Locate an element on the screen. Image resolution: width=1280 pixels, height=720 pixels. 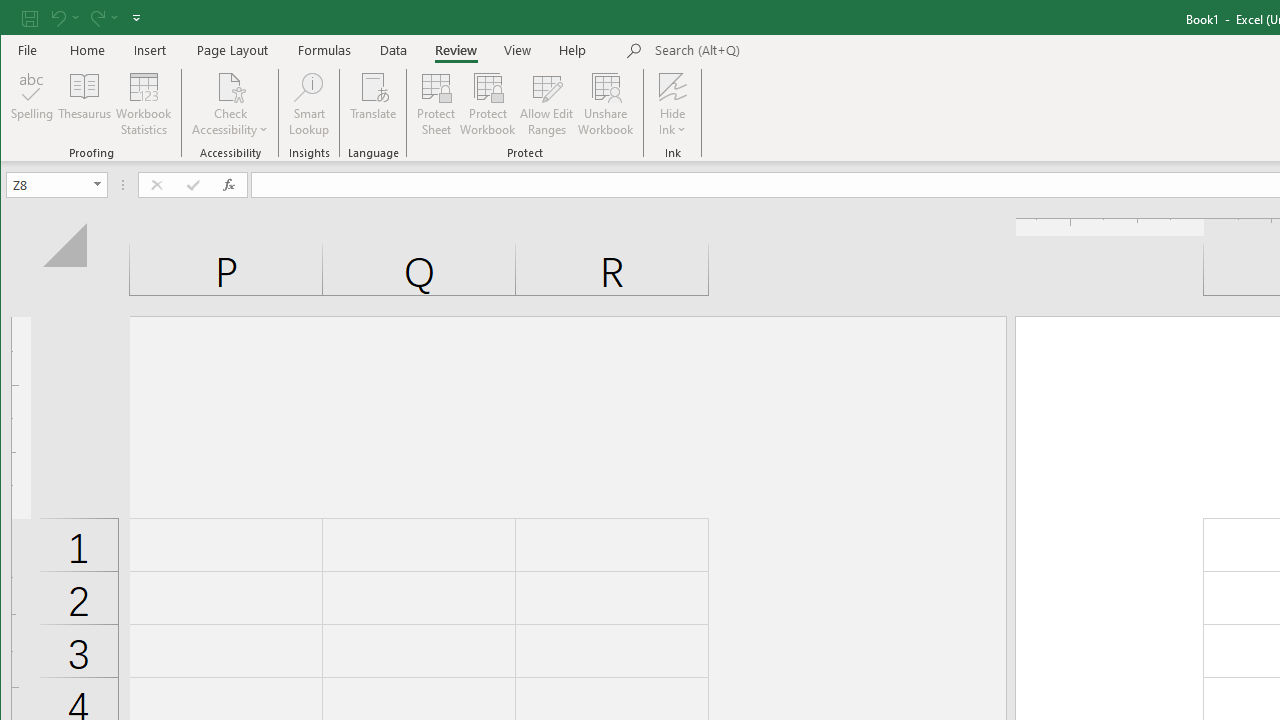
'Protect Workbook...' is located at coordinates (488, 104).